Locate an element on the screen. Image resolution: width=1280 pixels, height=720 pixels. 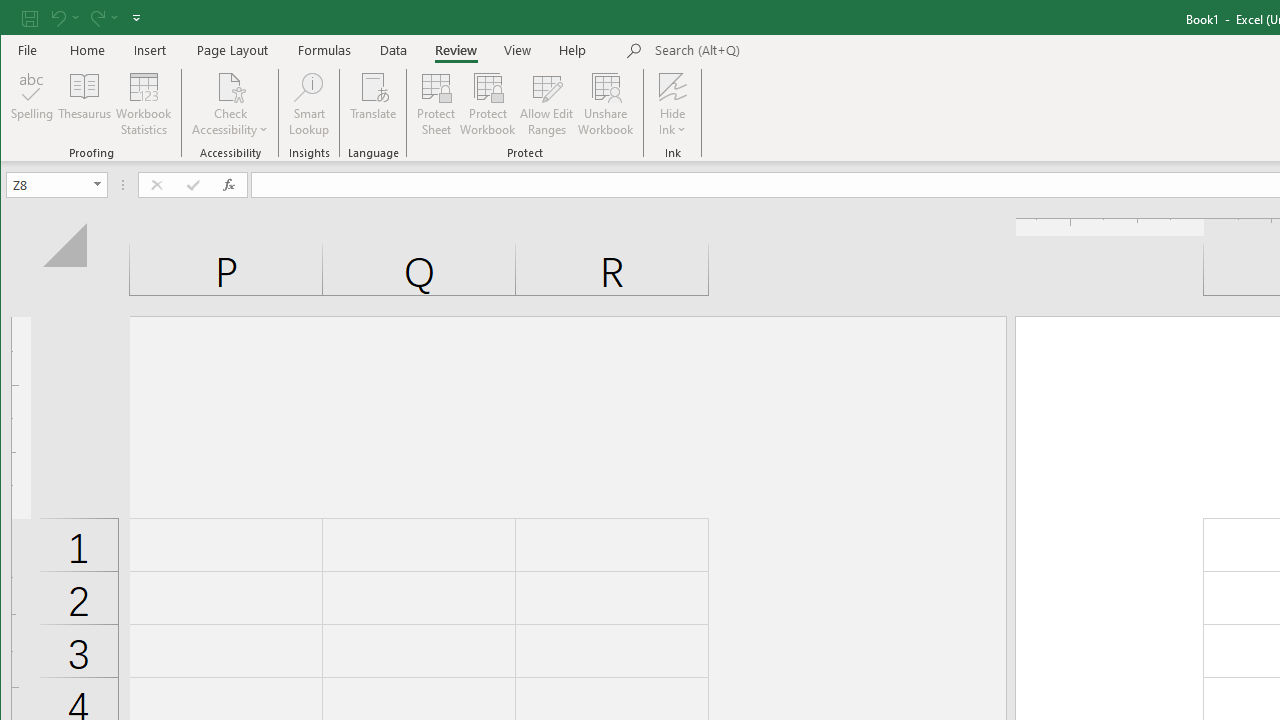
'Protect Workbook...' is located at coordinates (488, 104).